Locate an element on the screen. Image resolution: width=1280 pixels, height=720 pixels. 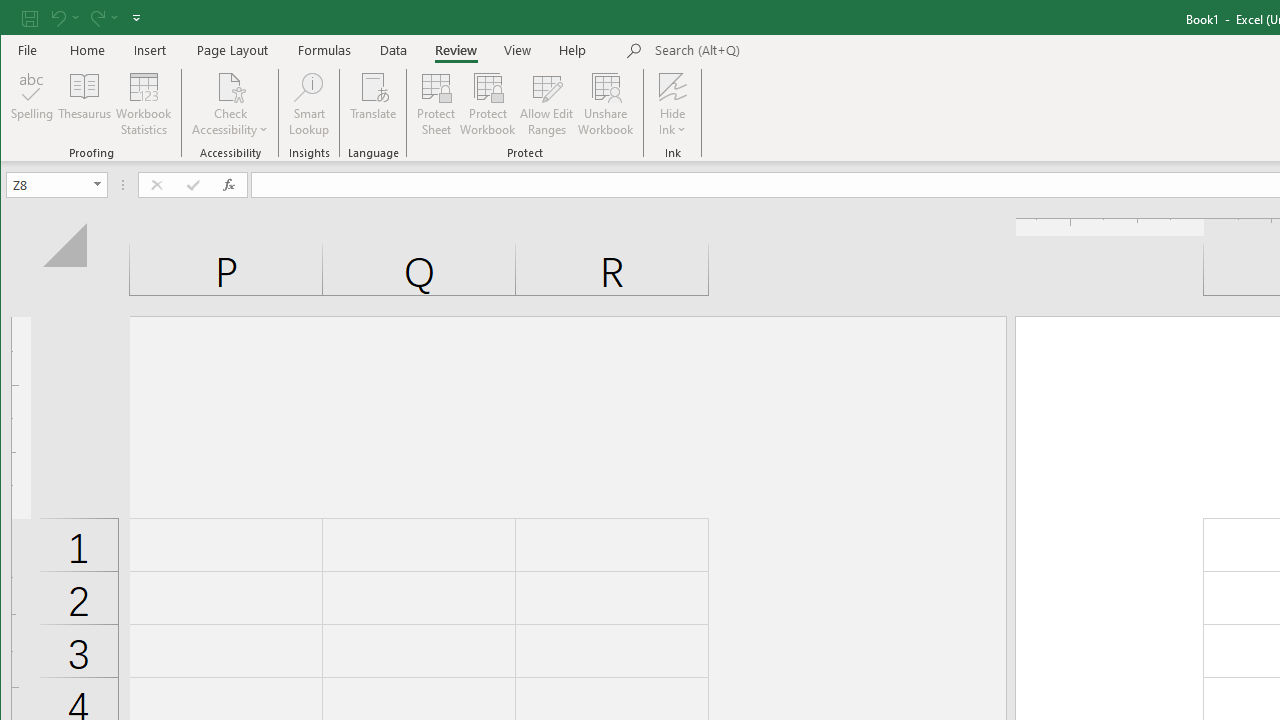
'Protect Workbook...' is located at coordinates (488, 104).